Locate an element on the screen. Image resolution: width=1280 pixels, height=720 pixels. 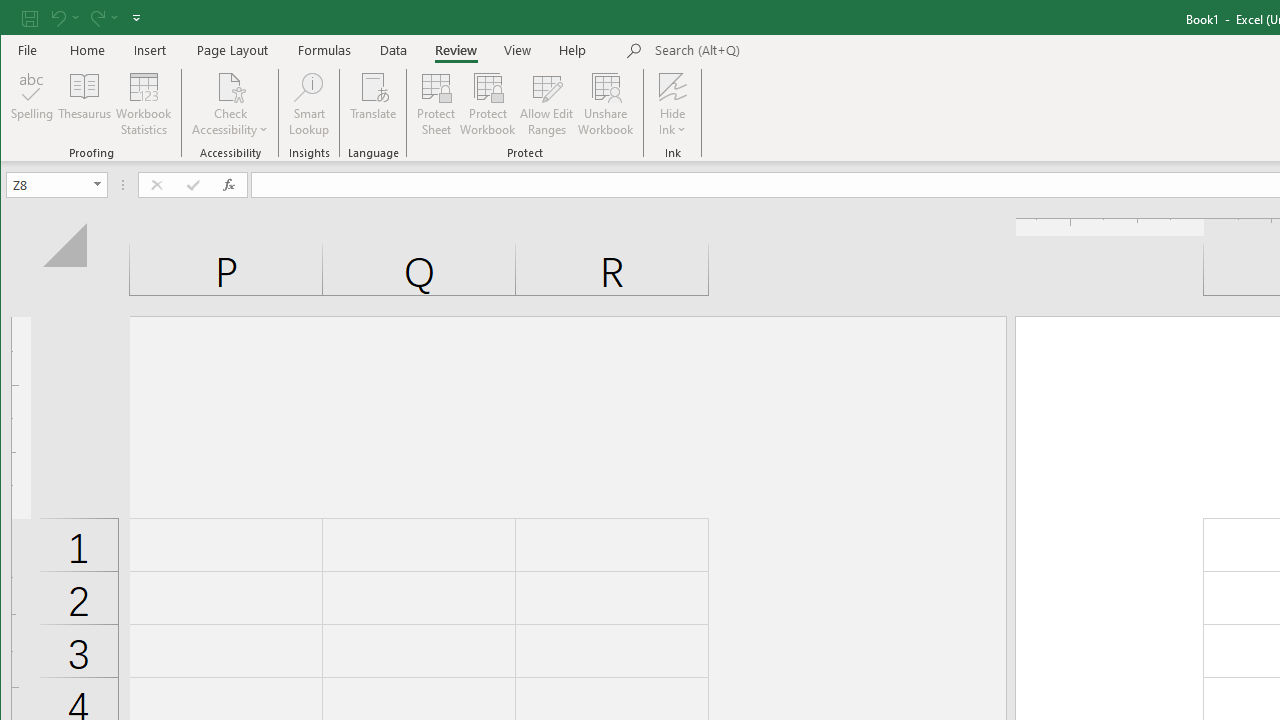
'Protect Workbook...' is located at coordinates (488, 104).